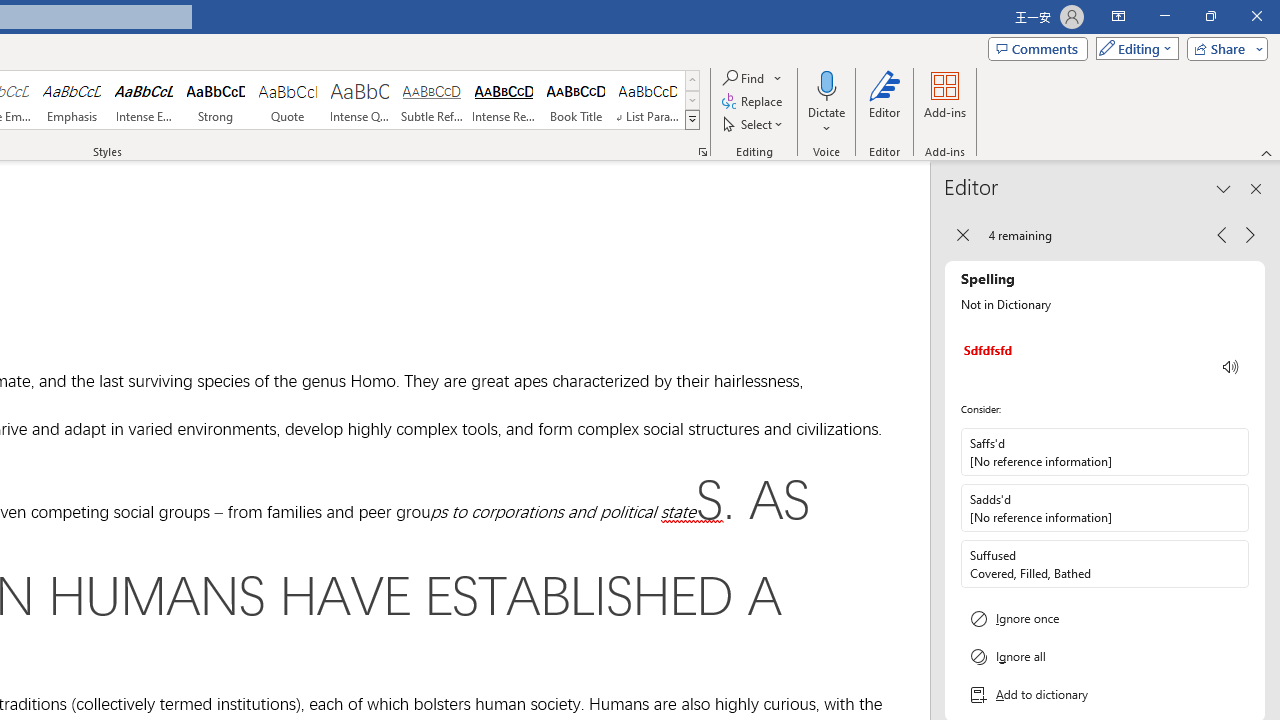 Image resolution: width=1280 pixels, height=720 pixels. I want to click on 'Mode', so click(1133, 47).